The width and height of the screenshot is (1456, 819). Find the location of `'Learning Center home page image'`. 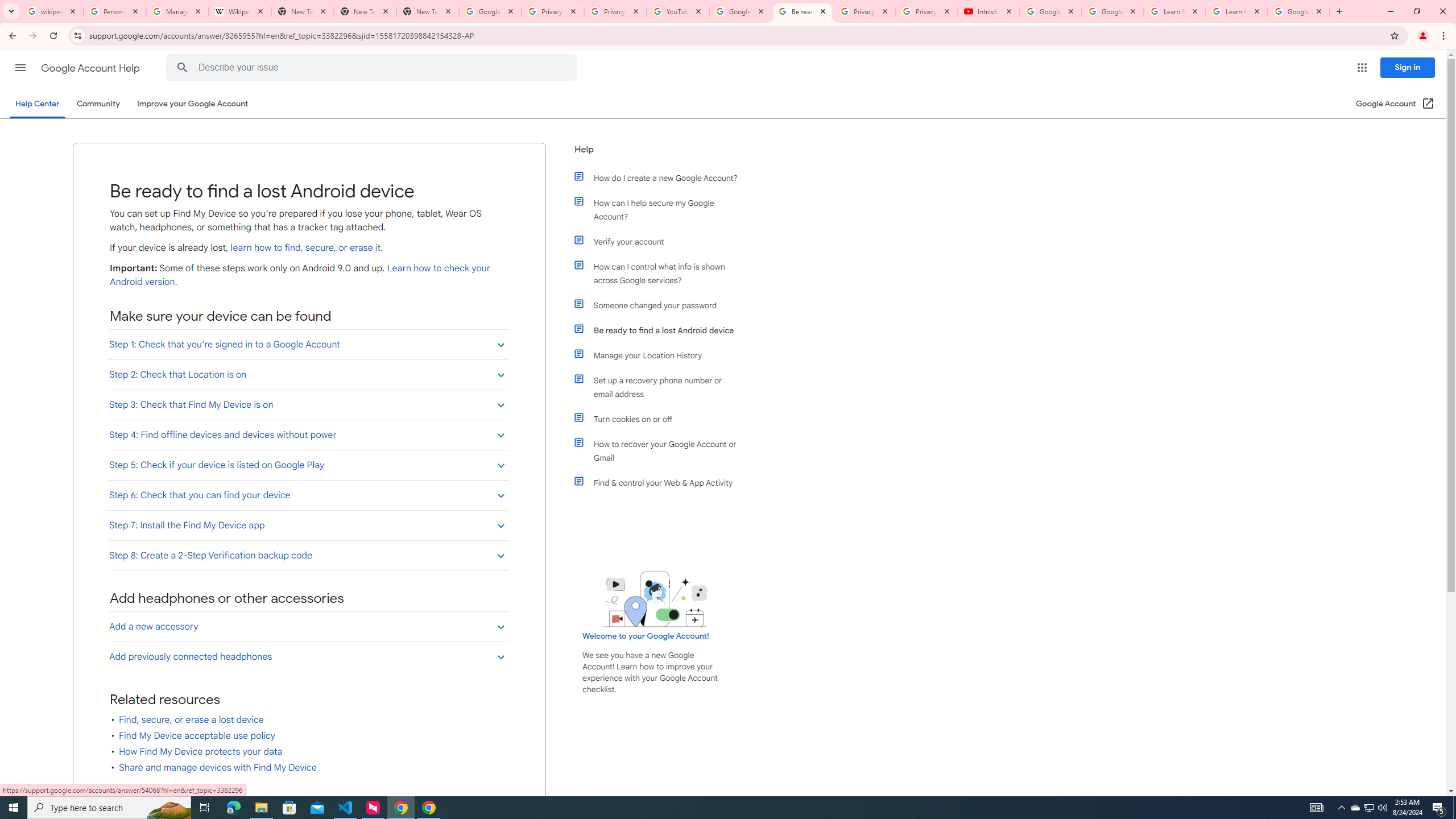

'Learning Center home page image' is located at coordinates (655, 599).